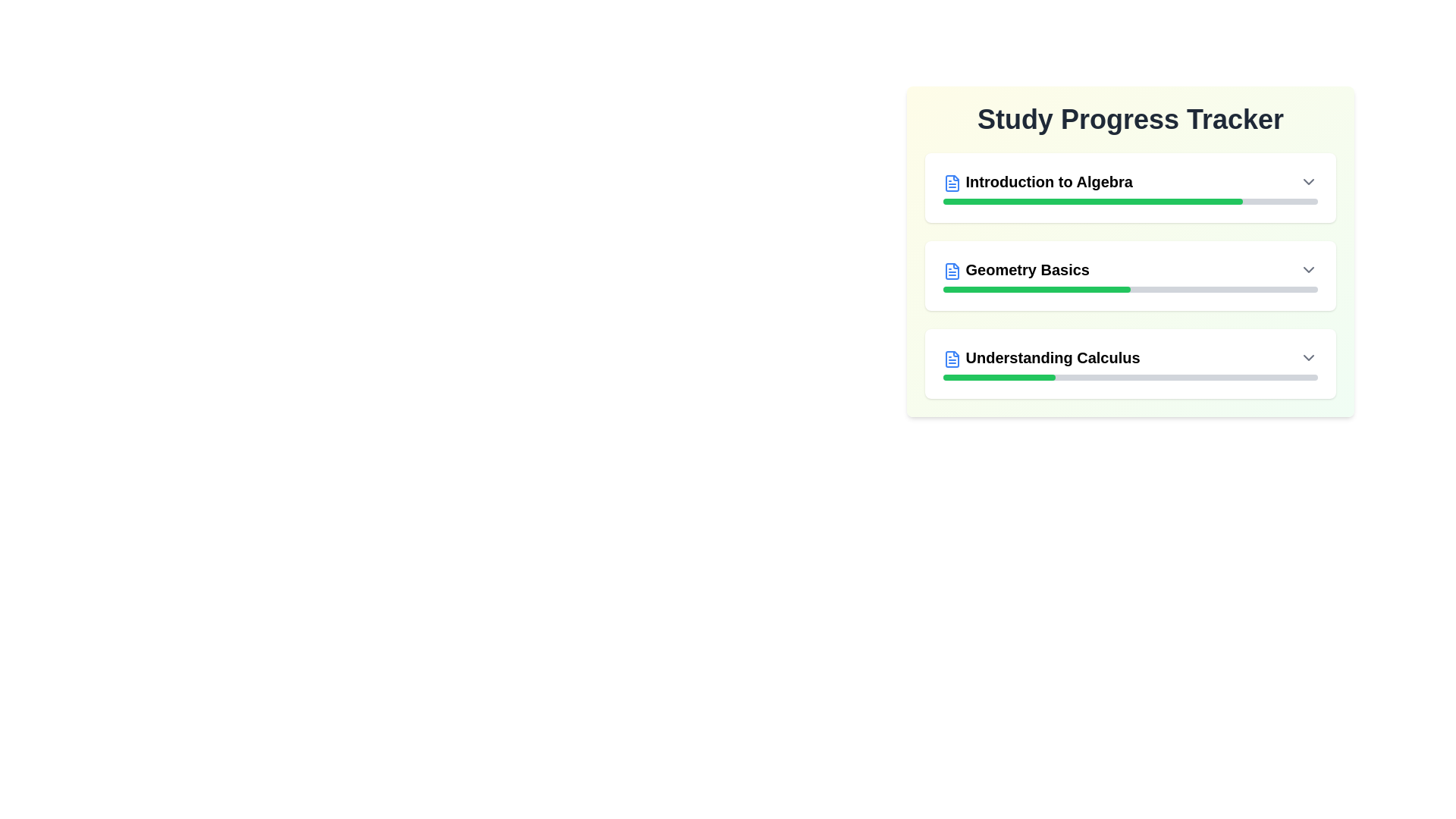  I want to click on the 'Geometry Basics' section of the Progress Tracker, so click(1131, 275).